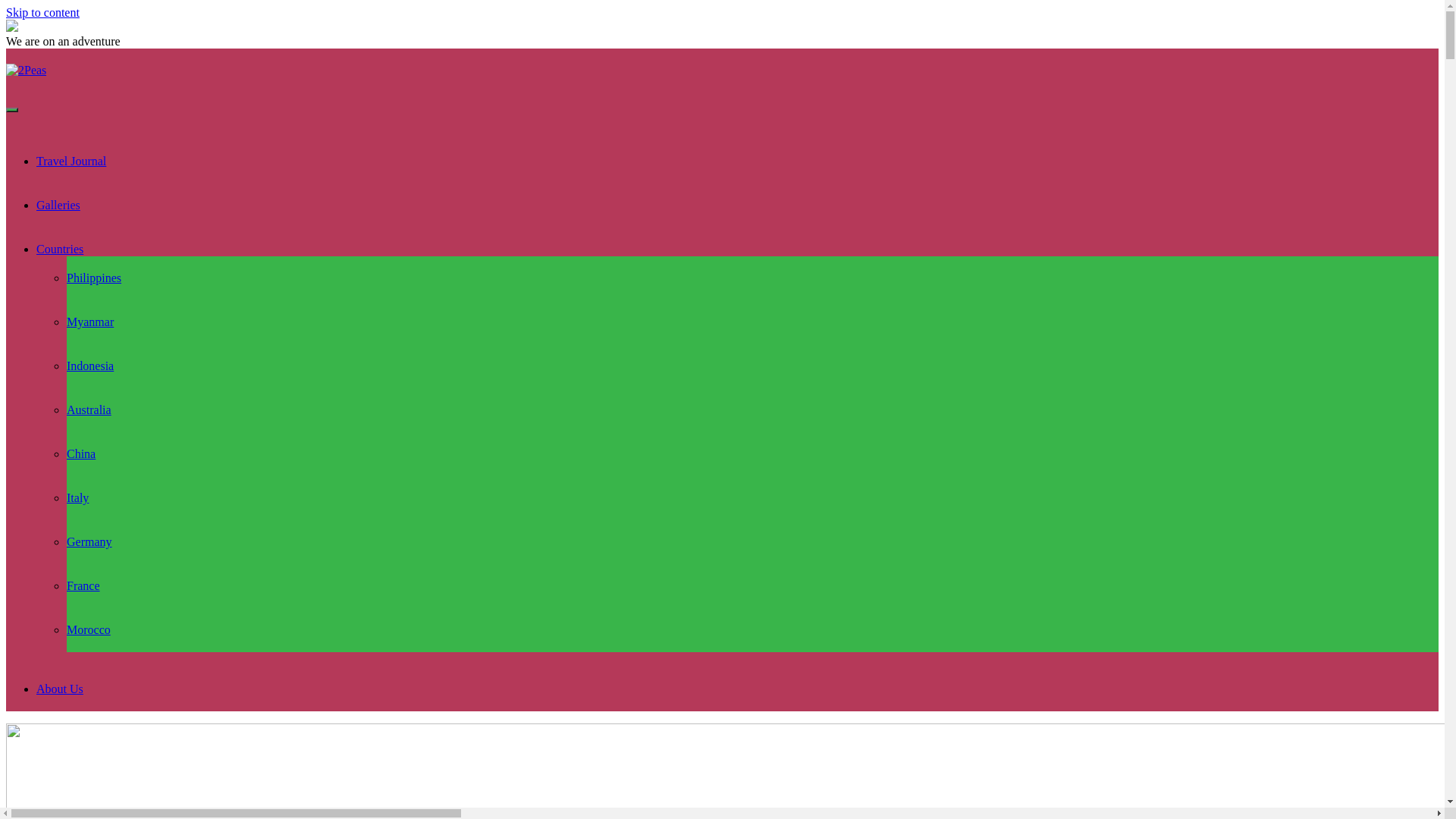 The width and height of the screenshot is (1456, 819). What do you see at coordinates (77, 497) in the screenshot?
I see `'Italy'` at bounding box center [77, 497].